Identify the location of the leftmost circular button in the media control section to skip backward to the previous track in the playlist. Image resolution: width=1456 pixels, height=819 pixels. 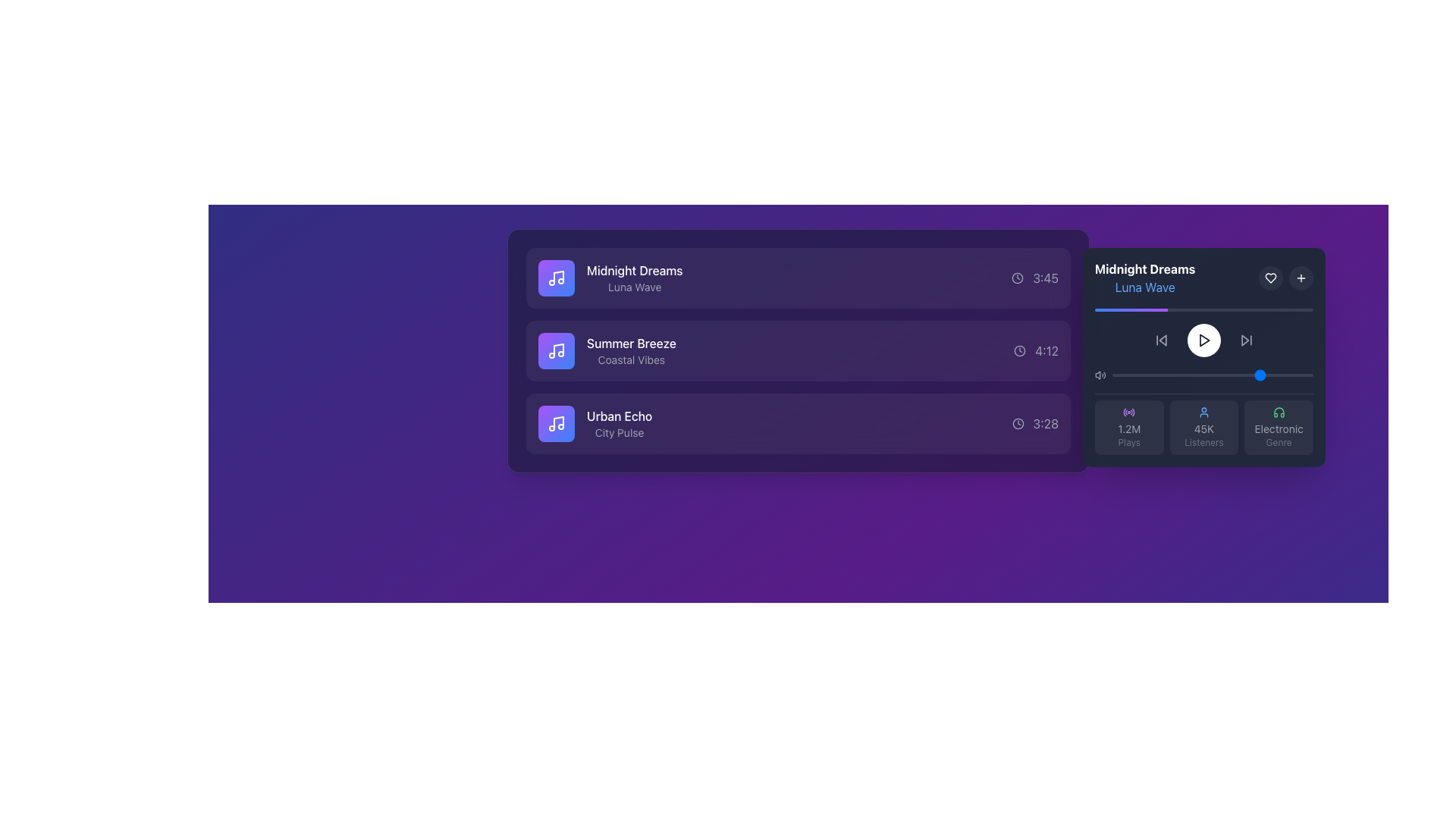
(1160, 339).